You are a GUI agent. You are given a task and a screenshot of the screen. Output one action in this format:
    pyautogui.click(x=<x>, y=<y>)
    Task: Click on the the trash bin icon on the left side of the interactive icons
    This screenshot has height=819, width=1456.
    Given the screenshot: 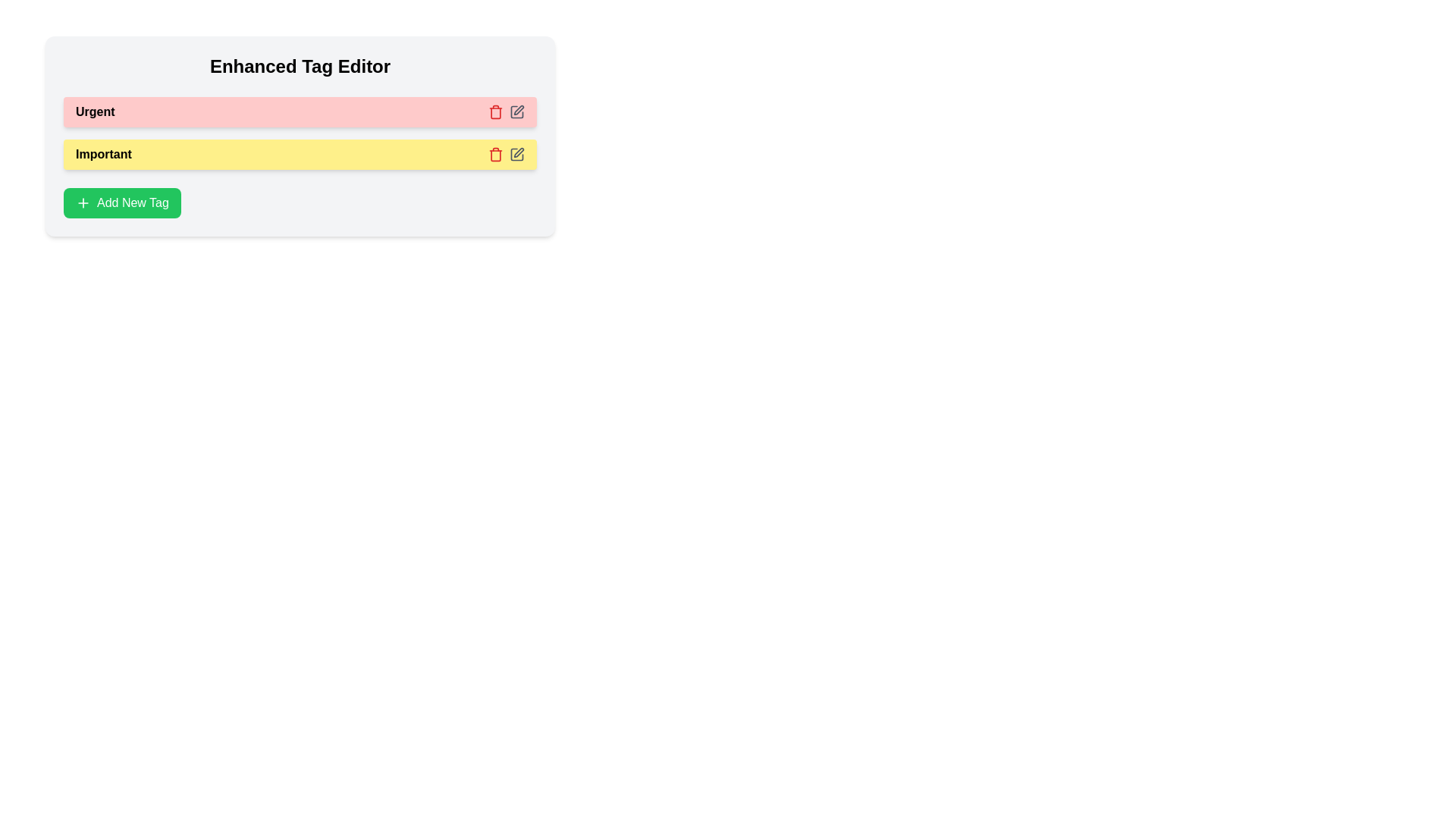 What is the action you would take?
    pyautogui.click(x=506, y=155)
    